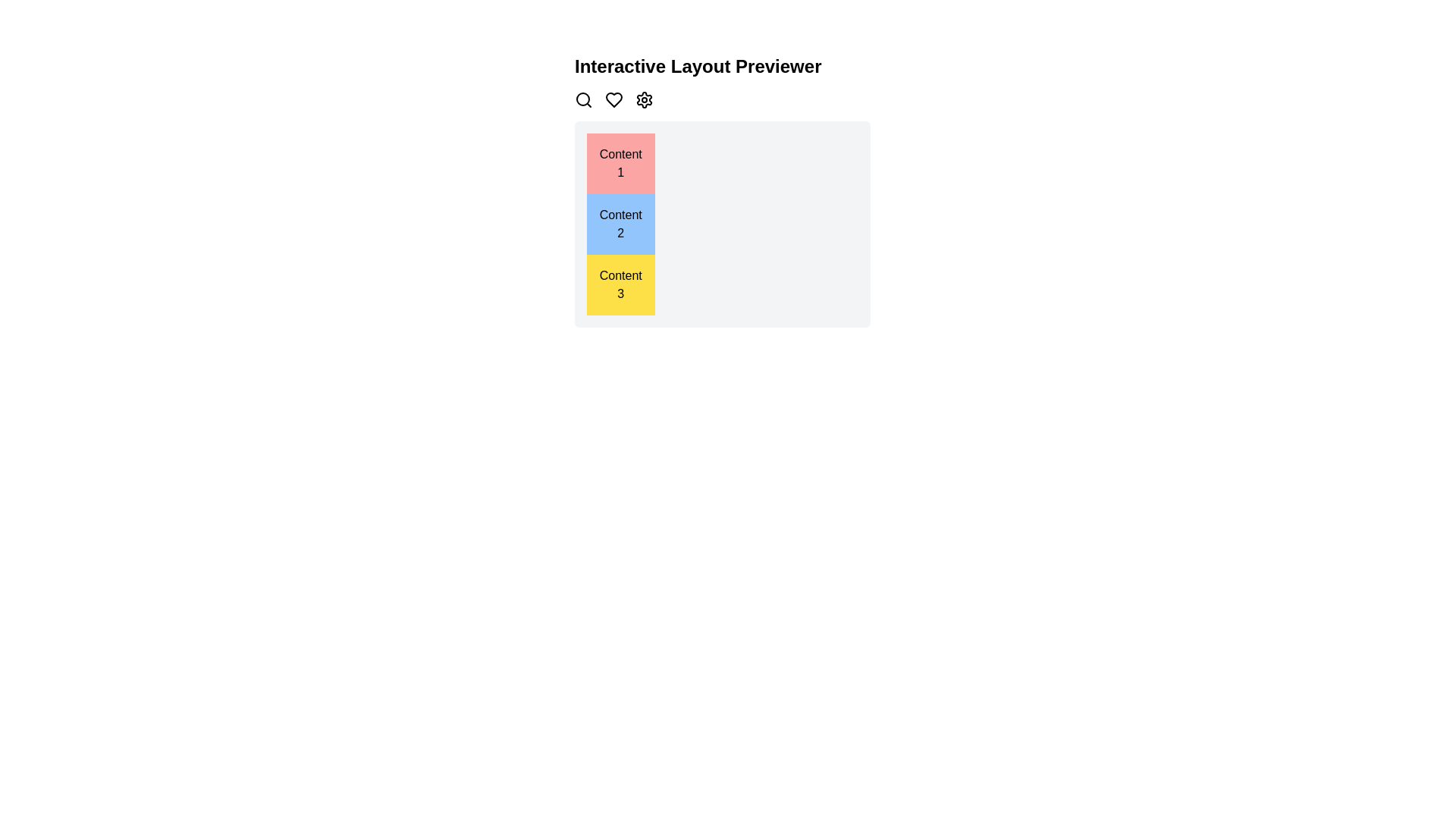 This screenshot has width=1456, height=819. I want to click on the small circular decorative component that is part of the magnifying glass icon located at the top left of the interface, so click(582, 99).